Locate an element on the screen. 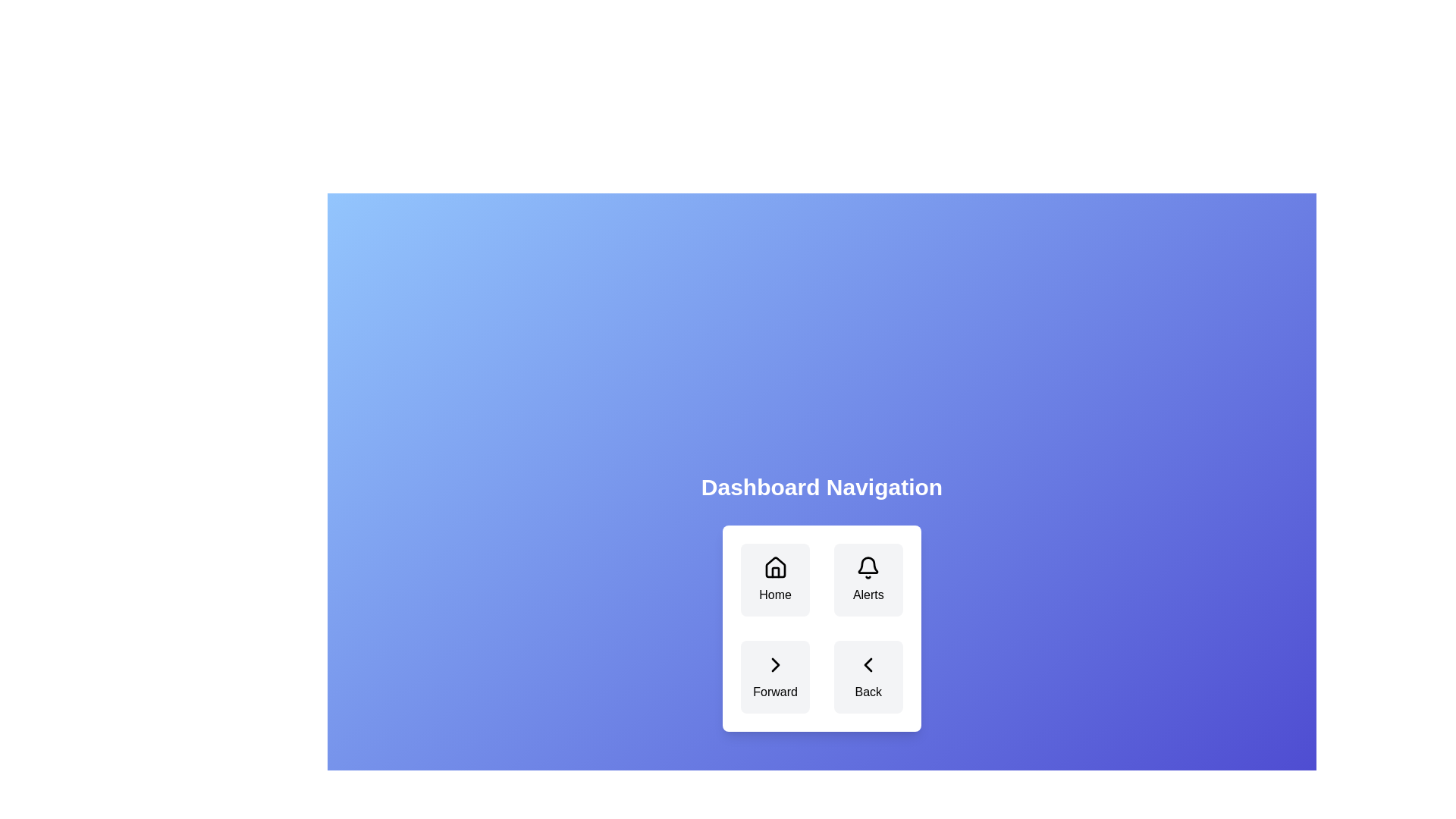 The height and width of the screenshot is (819, 1456). the 'Forward' button, which is a rectangular button with a light gray background and a black rightward arrow icon, located in the bottom-left of a 2x2 grid within the 'Dashboard Navigation' interface is located at coordinates (775, 676).